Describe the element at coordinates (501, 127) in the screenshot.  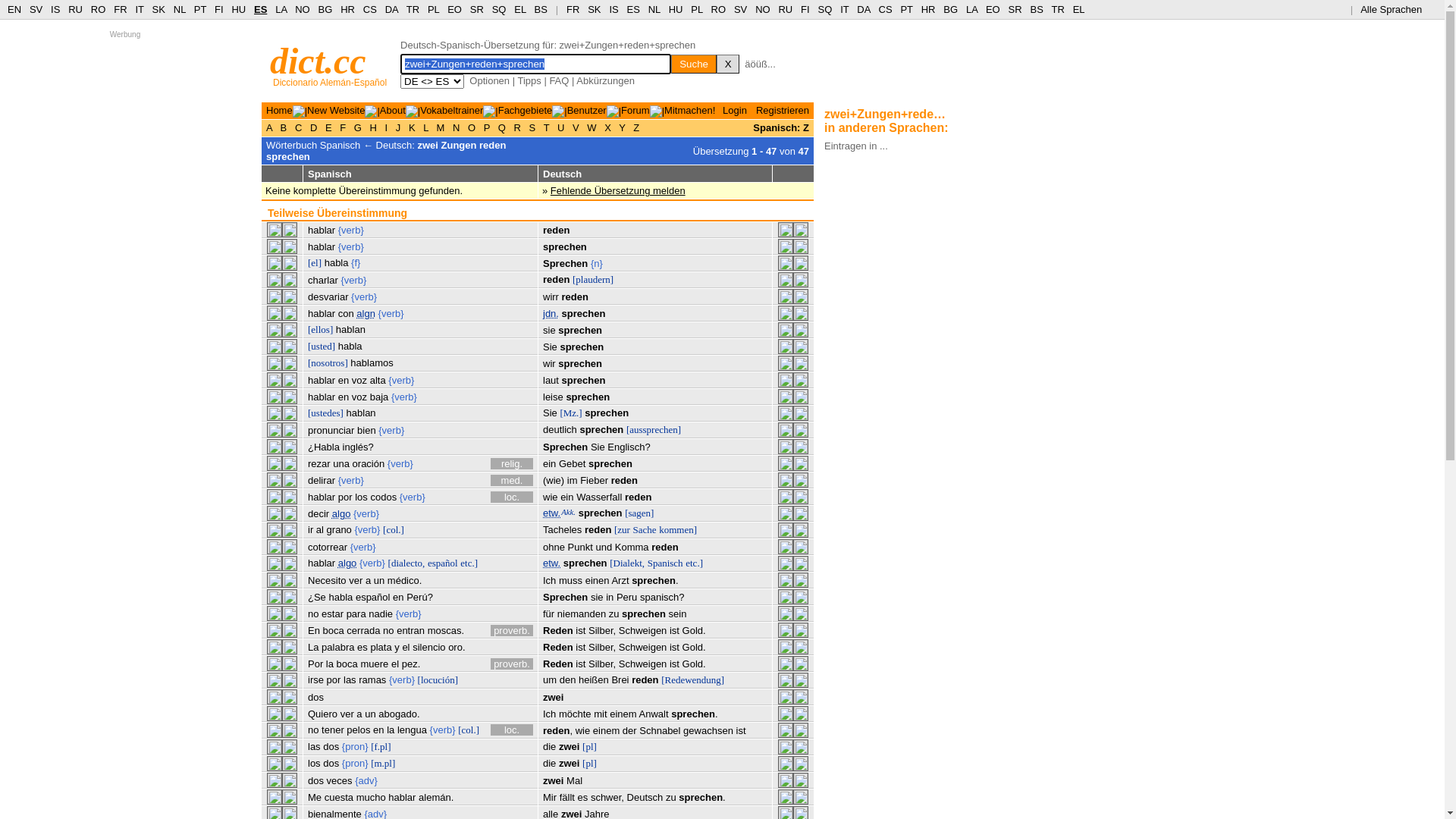
I see `'Q'` at that location.